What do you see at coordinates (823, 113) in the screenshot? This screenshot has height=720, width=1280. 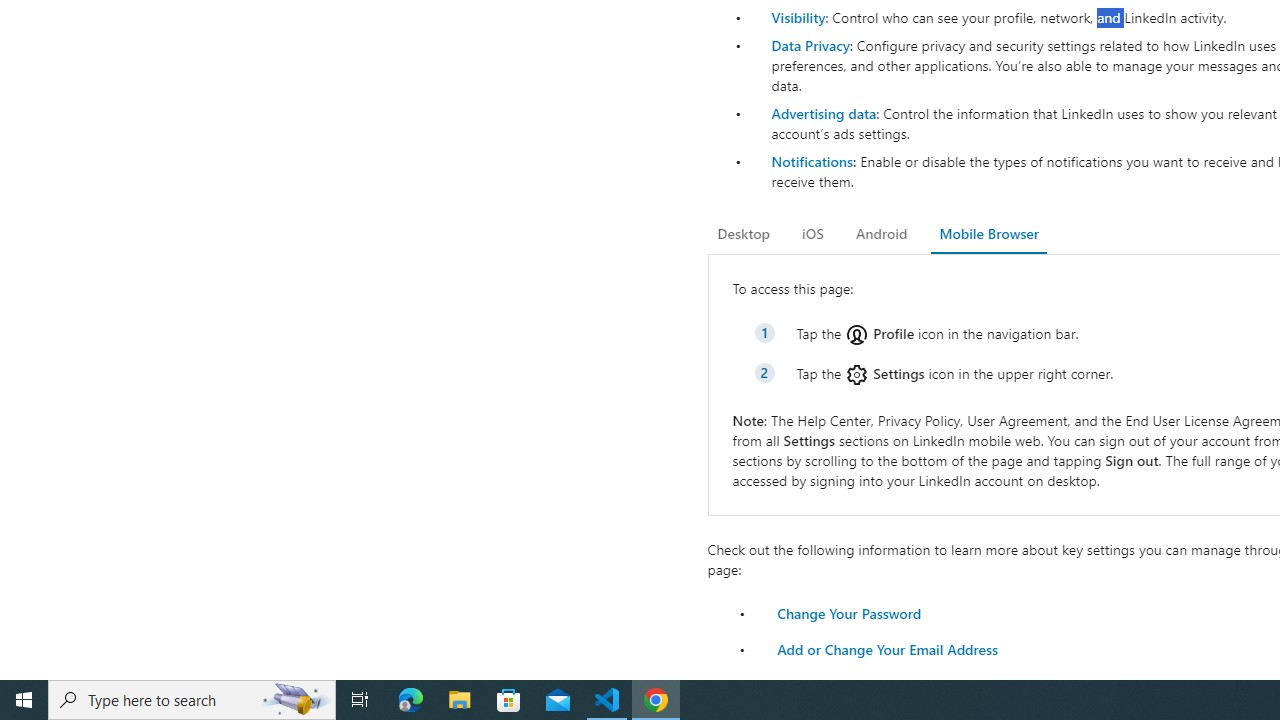 I see `'Advertising data'` at bounding box center [823, 113].